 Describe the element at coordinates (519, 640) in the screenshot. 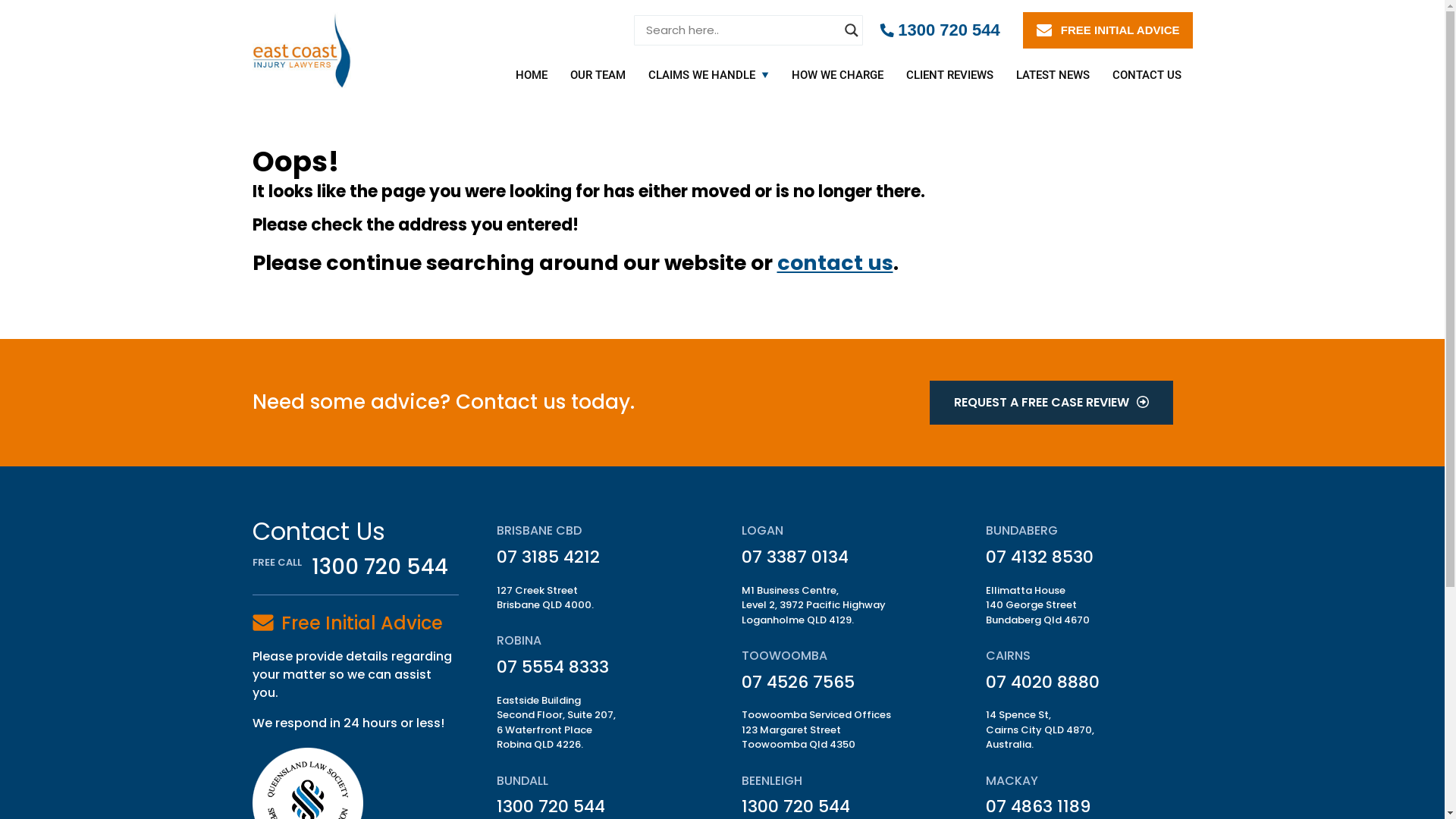

I see `'ROBINA'` at that location.